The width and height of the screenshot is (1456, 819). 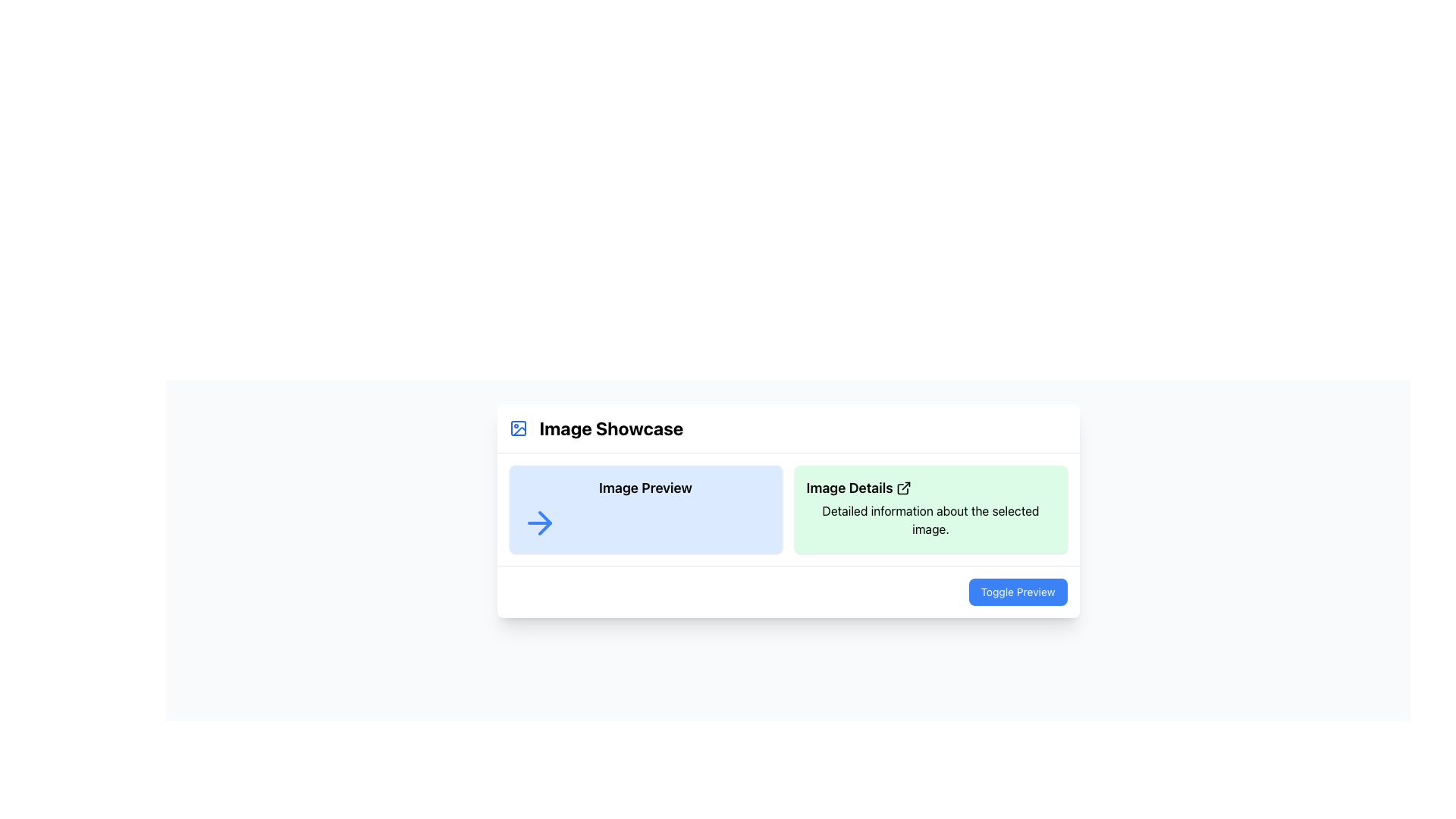 What do you see at coordinates (902, 489) in the screenshot?
I see `the stylized outline resembling a window in the upper-right corner of the green-colored 'Image Details' box` at bounding box center [902, 489].